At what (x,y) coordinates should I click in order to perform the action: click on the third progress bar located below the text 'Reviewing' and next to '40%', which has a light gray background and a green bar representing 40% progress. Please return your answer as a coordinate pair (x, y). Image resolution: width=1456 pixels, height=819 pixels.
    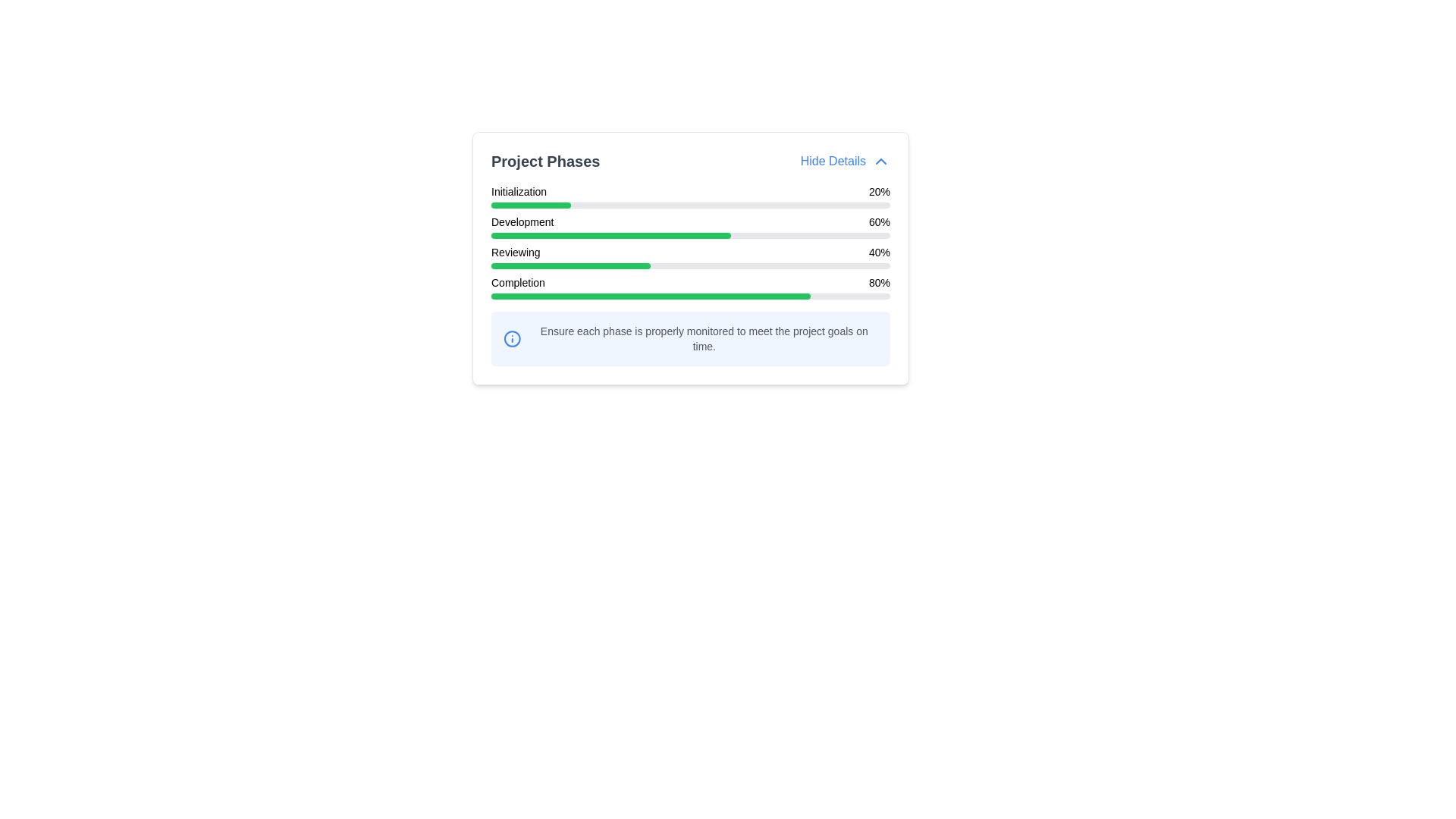
    Looking at the image, I should click on (690, 265).